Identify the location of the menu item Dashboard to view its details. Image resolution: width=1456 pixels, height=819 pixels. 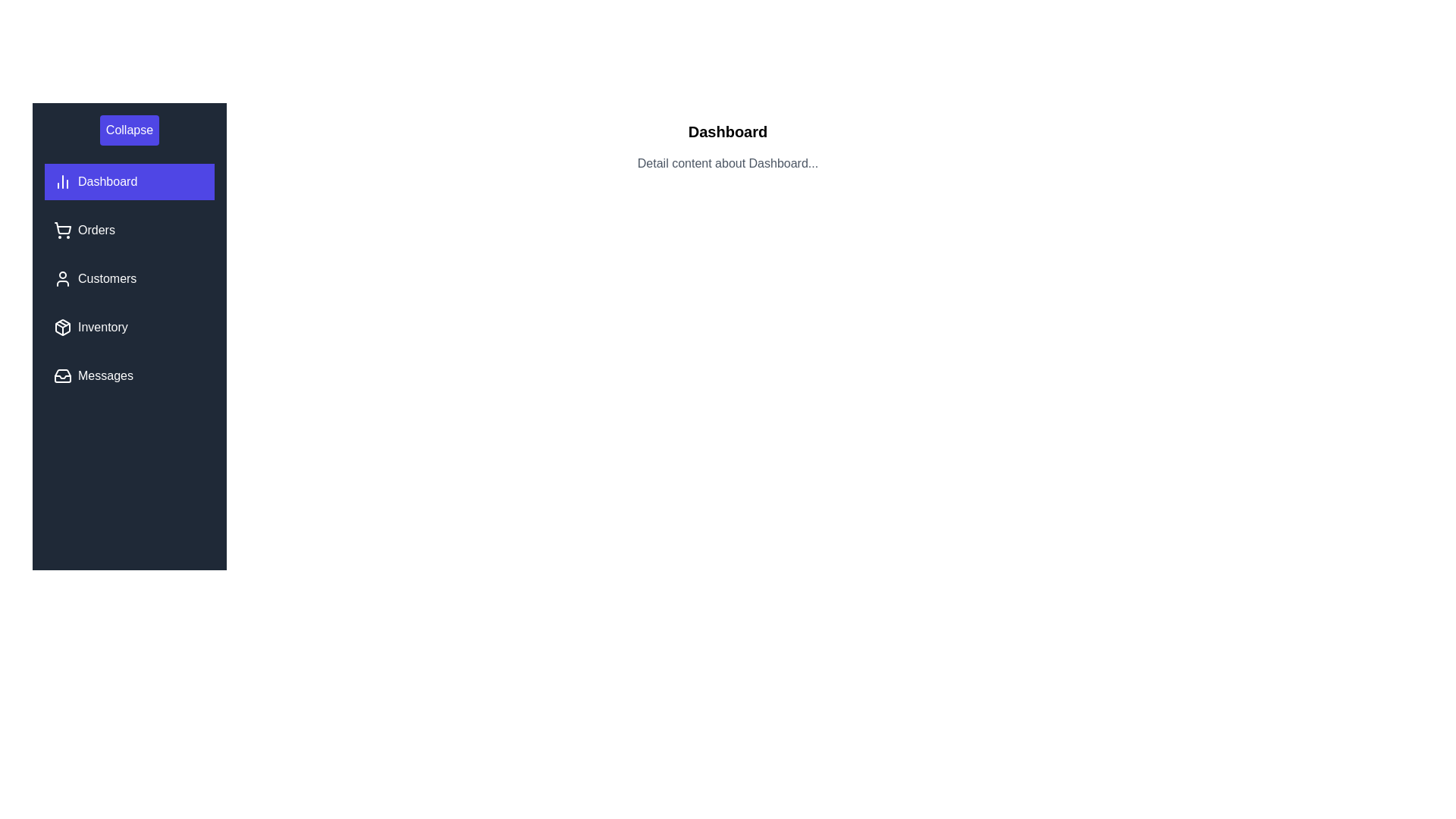
(130, 180).